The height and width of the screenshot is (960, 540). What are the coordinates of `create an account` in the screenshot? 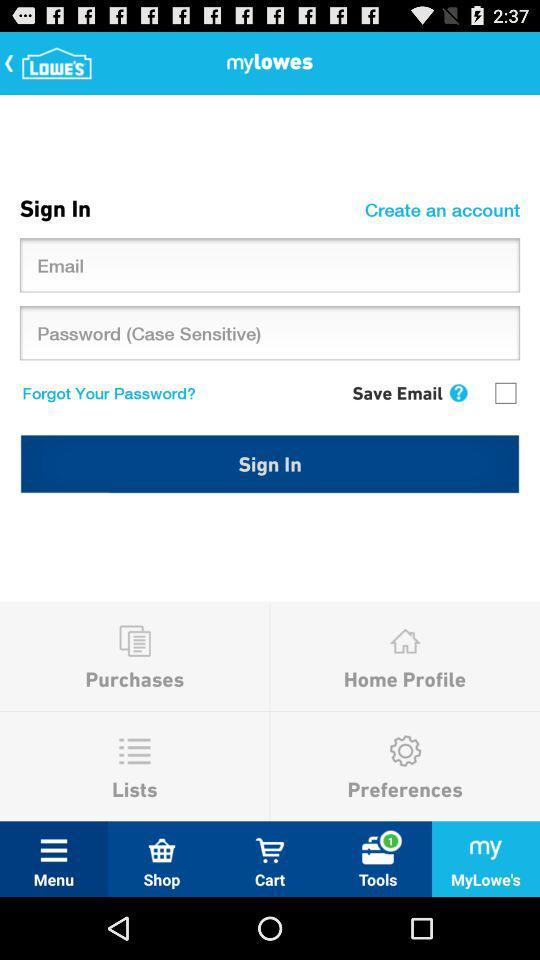 It's located at (445, 209).